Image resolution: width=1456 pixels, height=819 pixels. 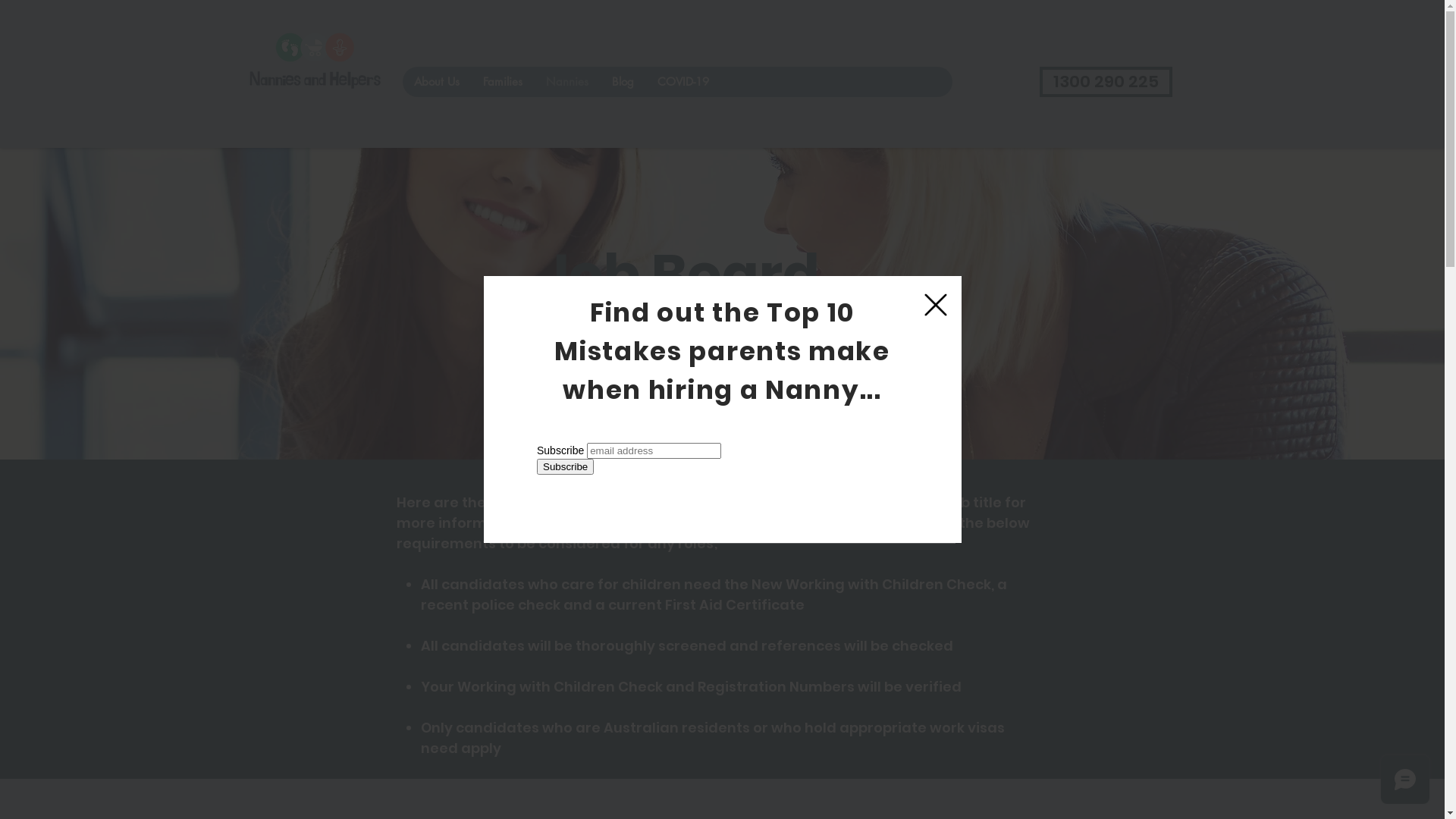 What do you see at coordinates (622, 82) in the screenshot?
I see `'Blog'` at bounding box center [622, 82].